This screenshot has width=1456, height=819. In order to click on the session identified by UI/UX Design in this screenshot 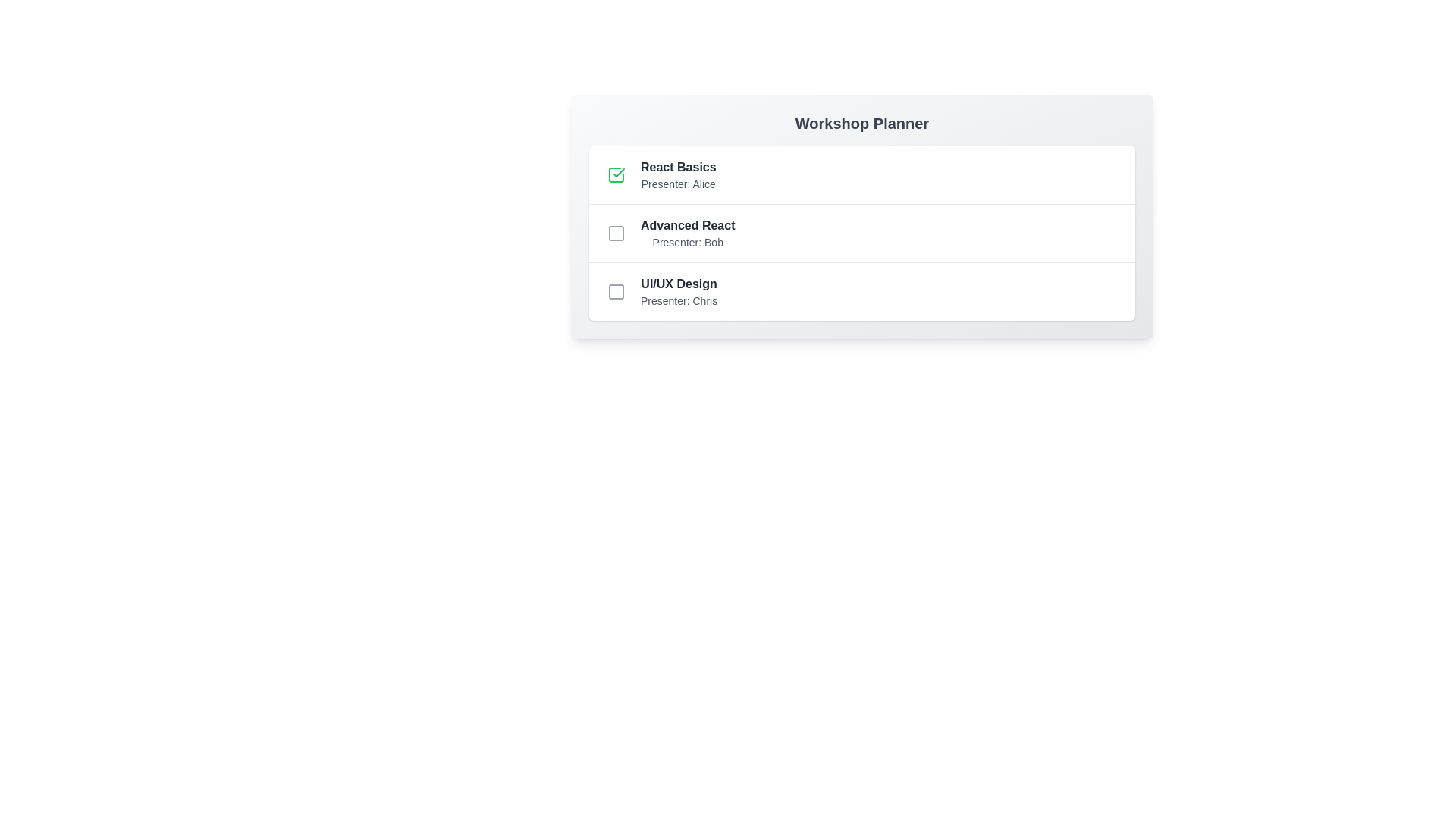, I will do `click(616, 292)`.